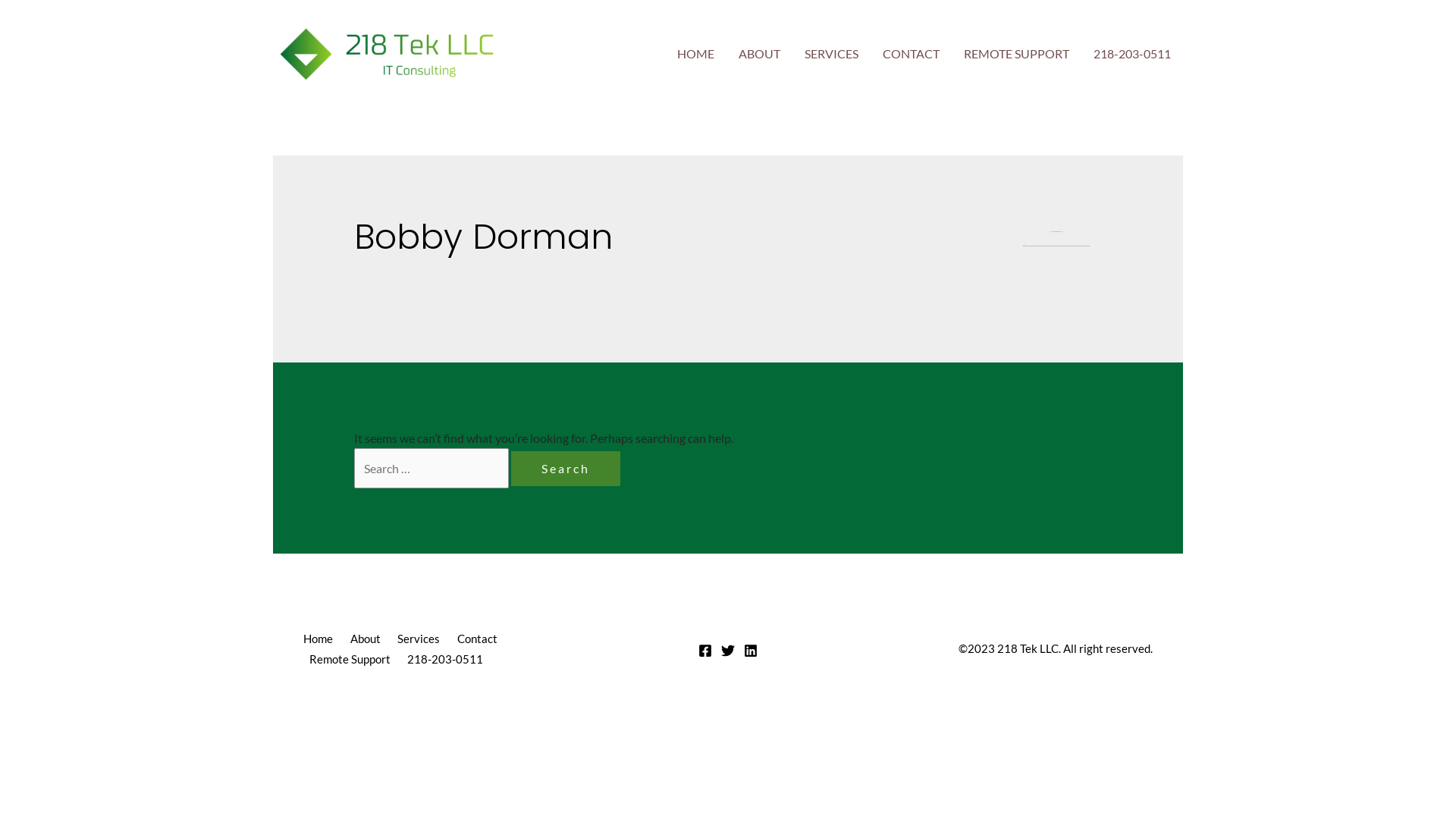 This screenshot has height=819, width=1456. Describe the element at coordinates (1080, 52) in the screenshot. I see `'218-203-0511'` at that location.